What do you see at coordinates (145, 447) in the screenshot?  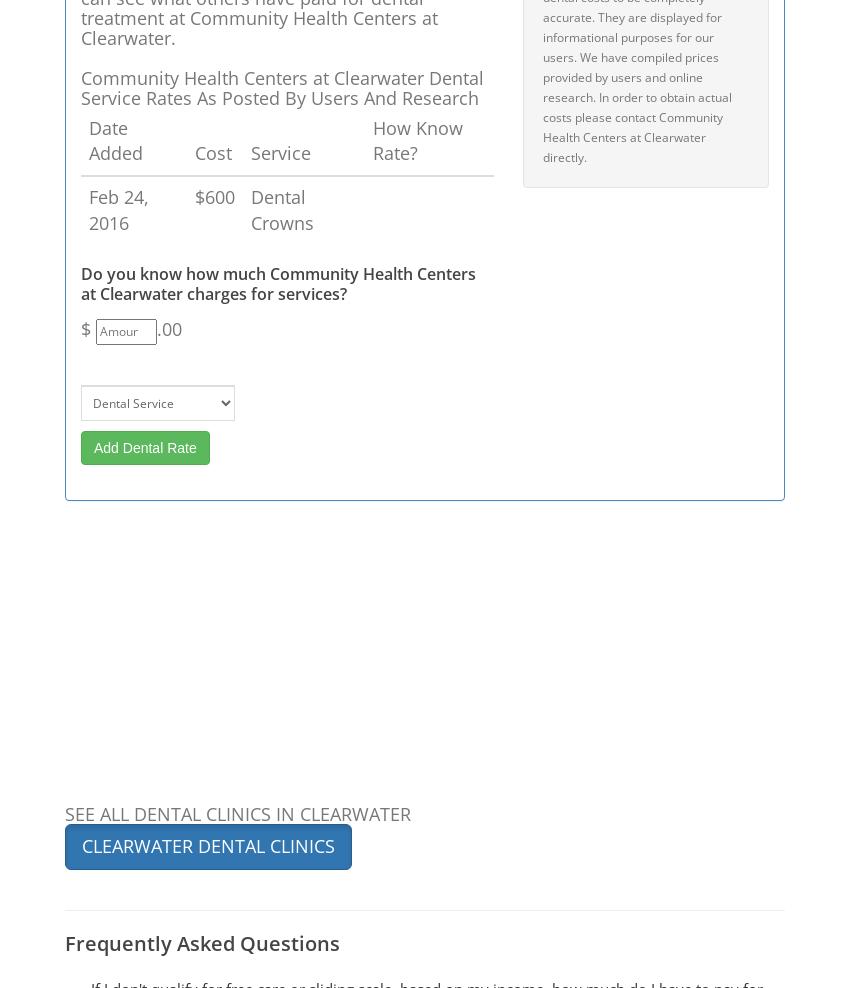 I see `'Add Dental Rate'` at bounding box center [145, 447].